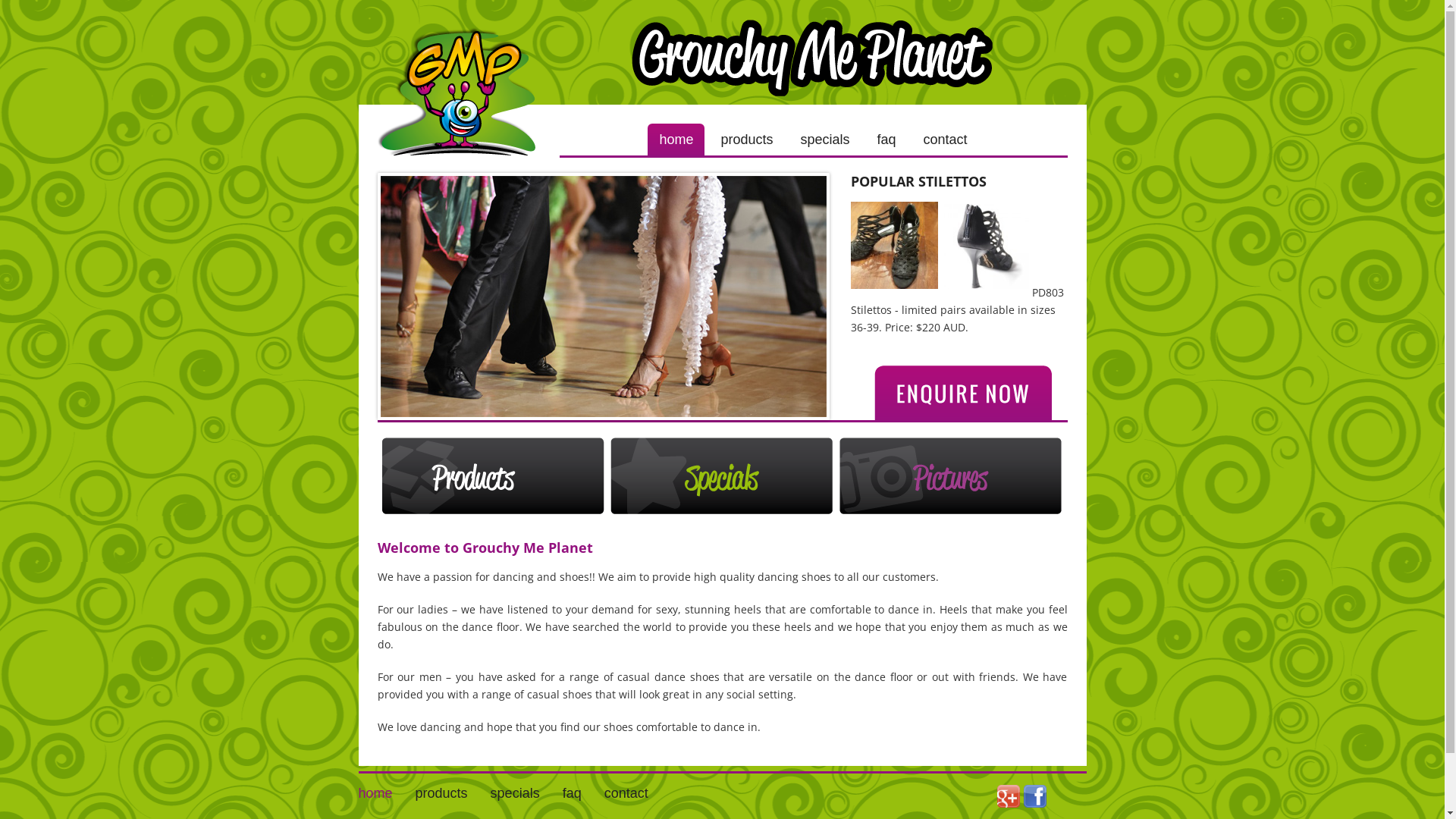  I want to click on 'faq', so click(562, 792).